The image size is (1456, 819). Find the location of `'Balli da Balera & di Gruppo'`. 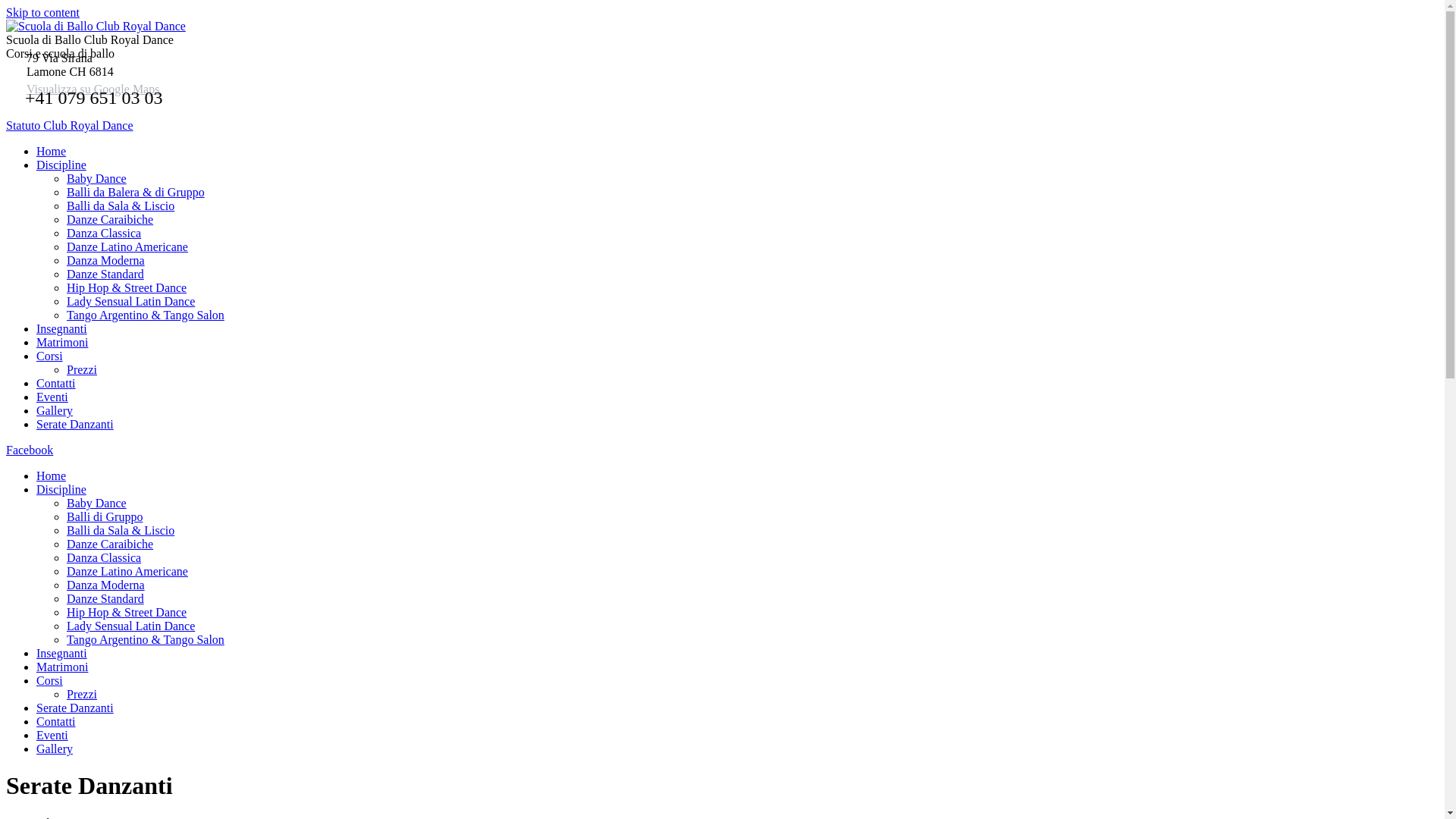

'Balli da Balera & di Gruppo' is located at coordinates (135, 191).